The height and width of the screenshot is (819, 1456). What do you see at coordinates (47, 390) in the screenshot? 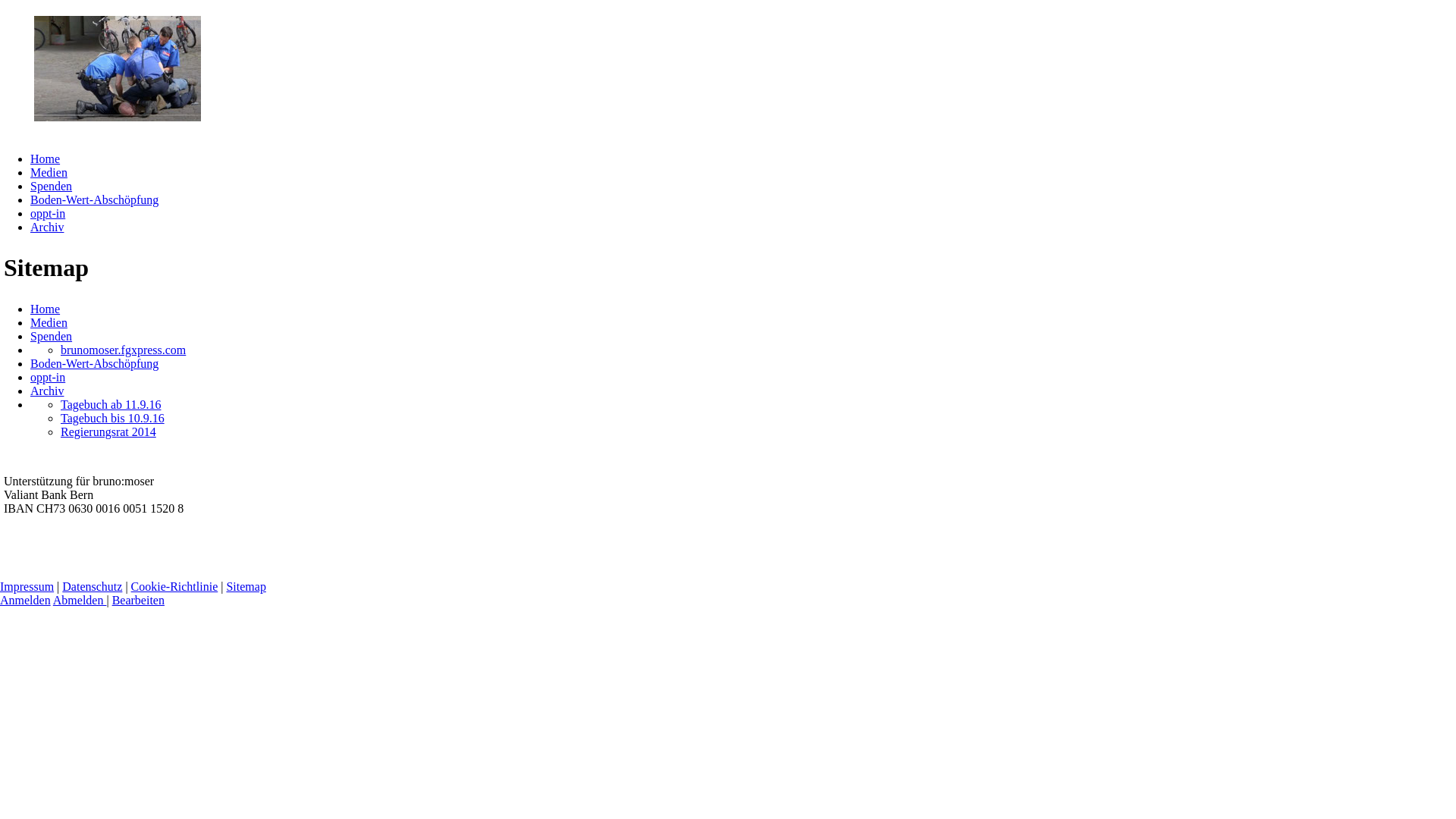
I see `'Archiv'` at bounding box center [47, 390].